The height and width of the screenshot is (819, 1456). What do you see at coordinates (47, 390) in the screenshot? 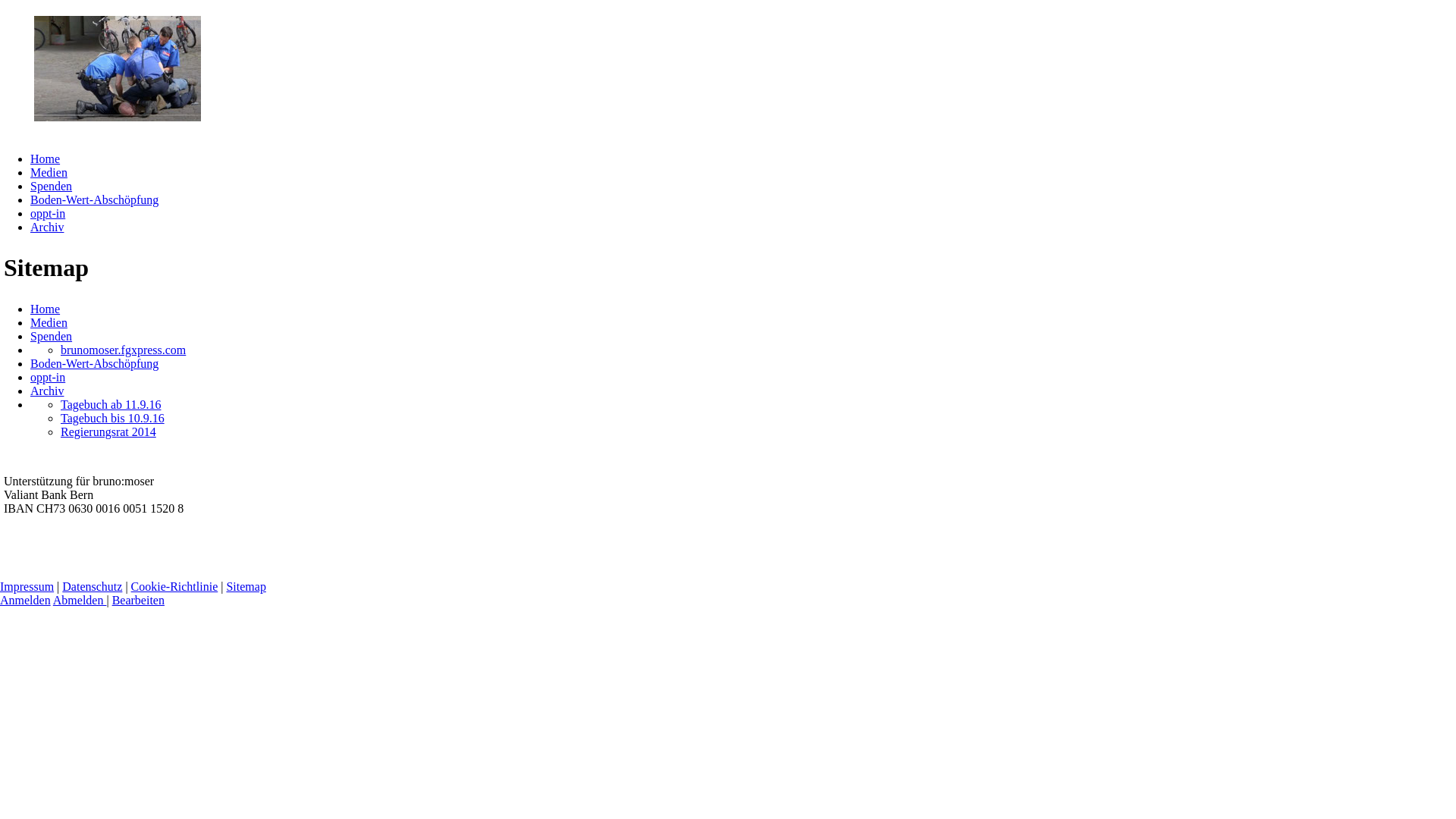
I see `'Archiv'` at bounding box center [47, 390].